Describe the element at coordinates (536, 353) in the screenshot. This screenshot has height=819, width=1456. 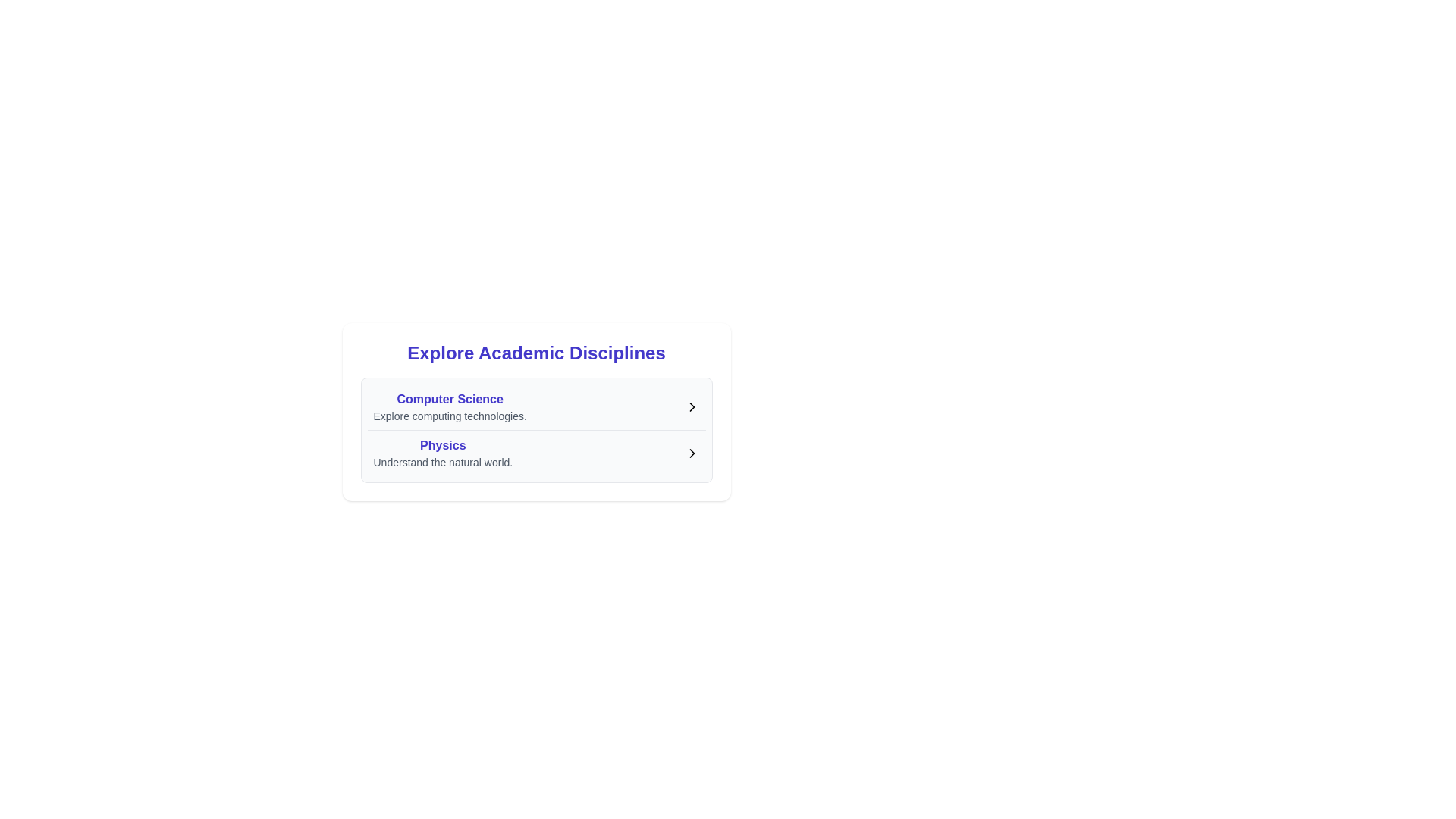
I see `the section header that introduces the content about academic disciplines, located in the upper half of the white card component with rounded corners and a shadow effect` at that location.